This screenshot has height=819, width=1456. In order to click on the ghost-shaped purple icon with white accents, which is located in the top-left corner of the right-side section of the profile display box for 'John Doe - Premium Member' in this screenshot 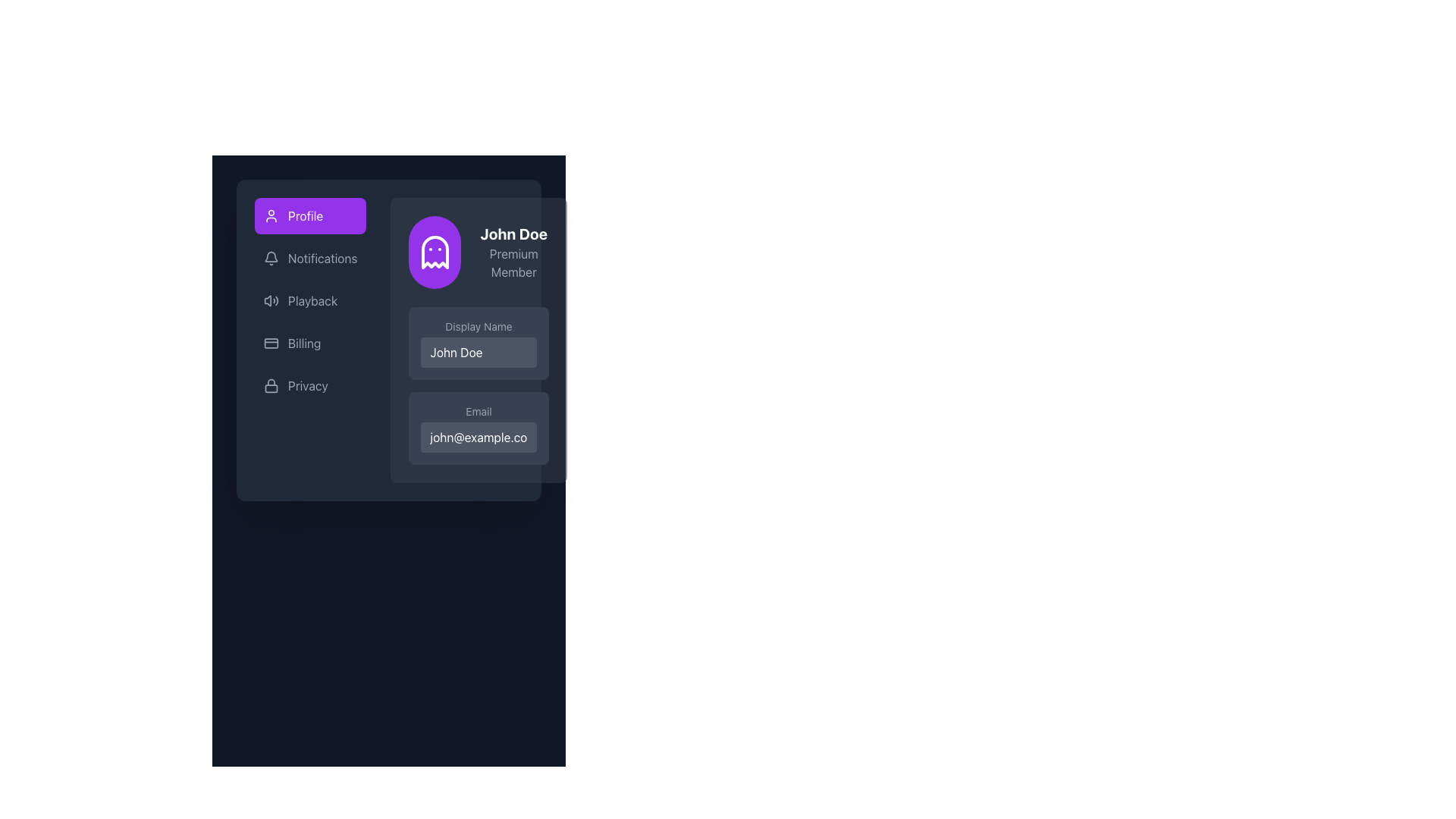, I will do `click(434, 251)`.